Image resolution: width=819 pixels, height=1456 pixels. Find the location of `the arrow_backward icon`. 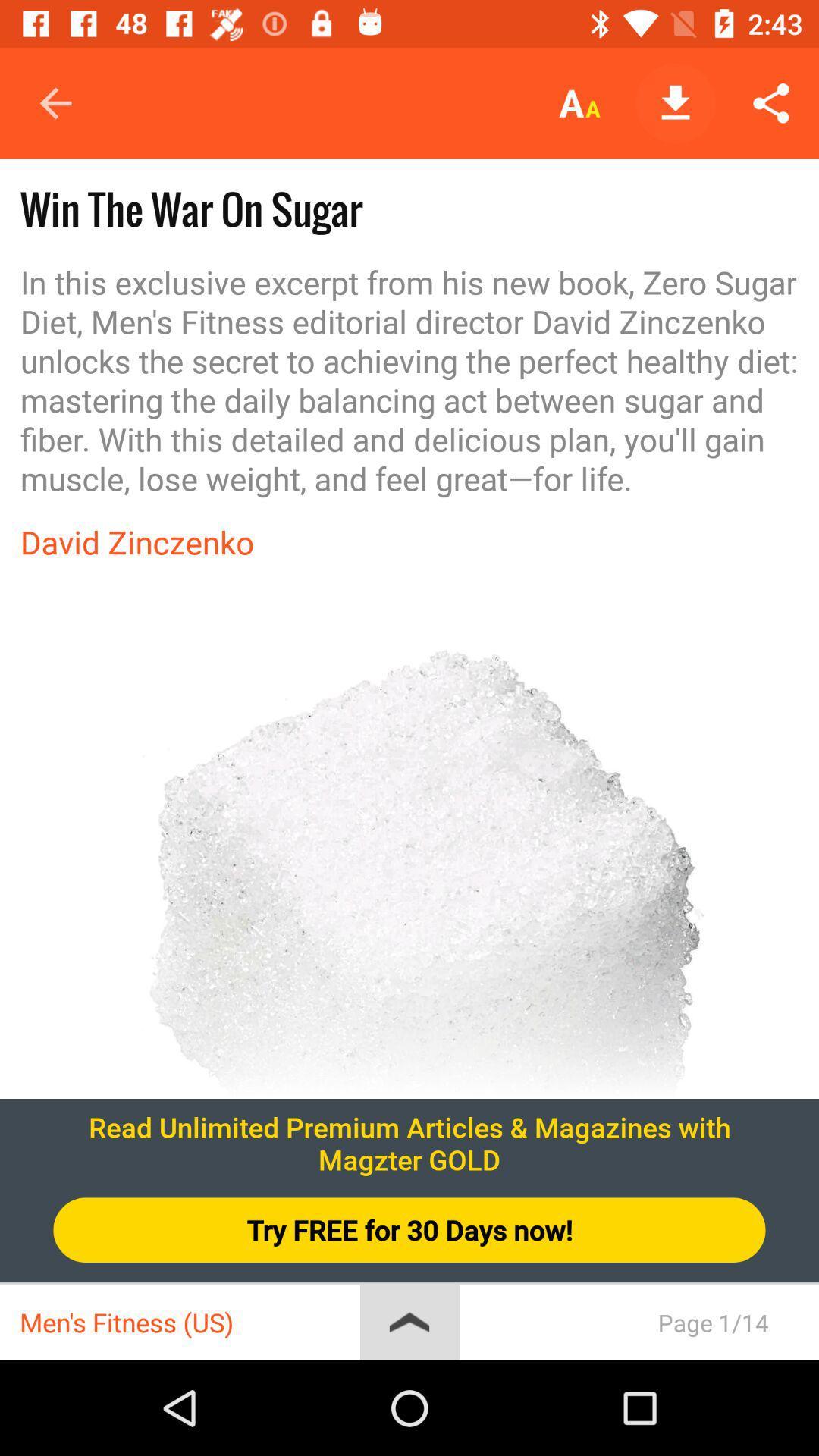

the arrow_backward icon is located at coordinates (42, 111).